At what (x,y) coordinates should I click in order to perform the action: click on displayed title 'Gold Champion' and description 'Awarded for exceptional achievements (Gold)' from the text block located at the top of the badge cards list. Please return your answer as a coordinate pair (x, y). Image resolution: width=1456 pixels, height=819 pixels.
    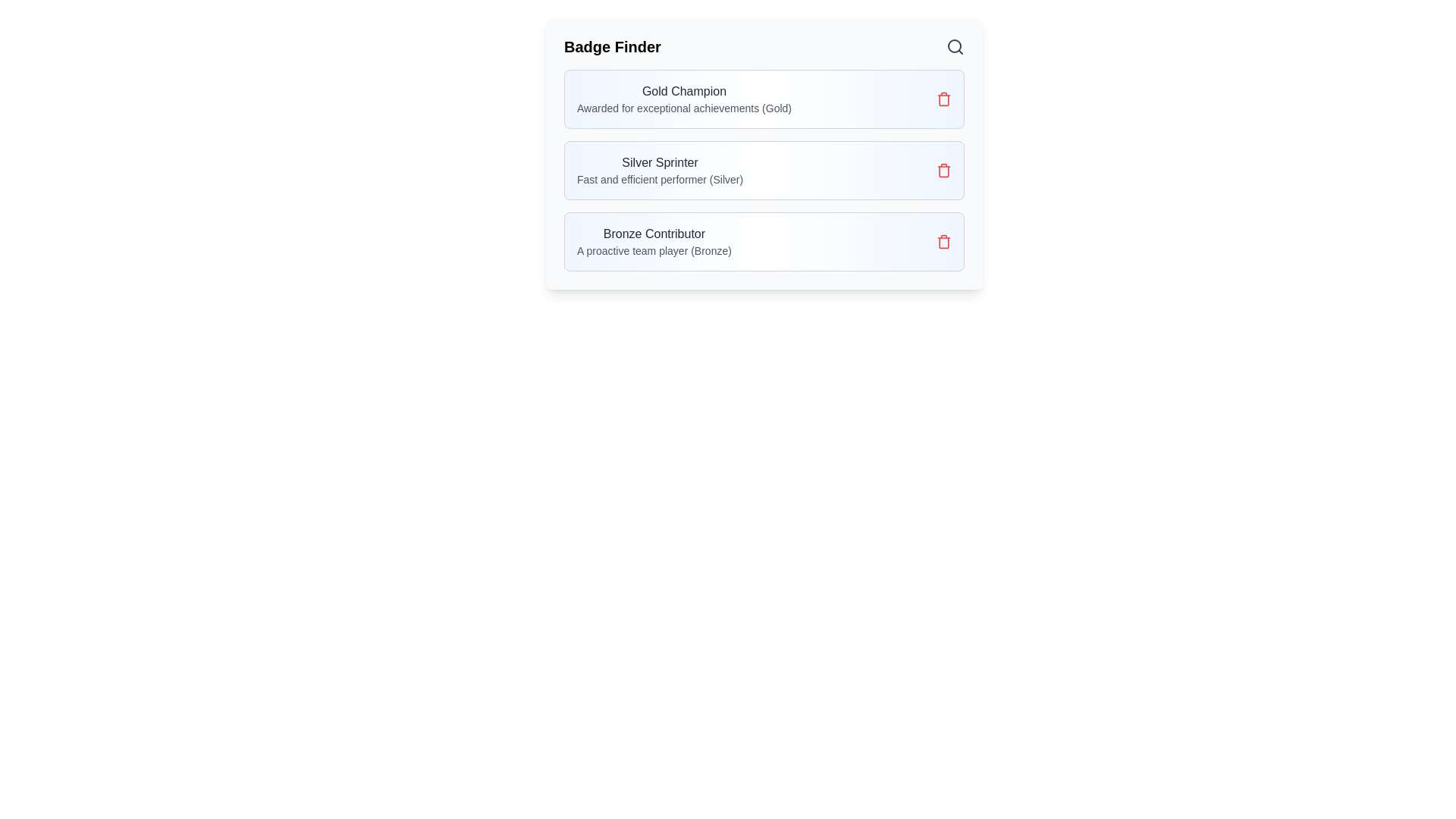
    Looking at the image, I should click on (683, 99).